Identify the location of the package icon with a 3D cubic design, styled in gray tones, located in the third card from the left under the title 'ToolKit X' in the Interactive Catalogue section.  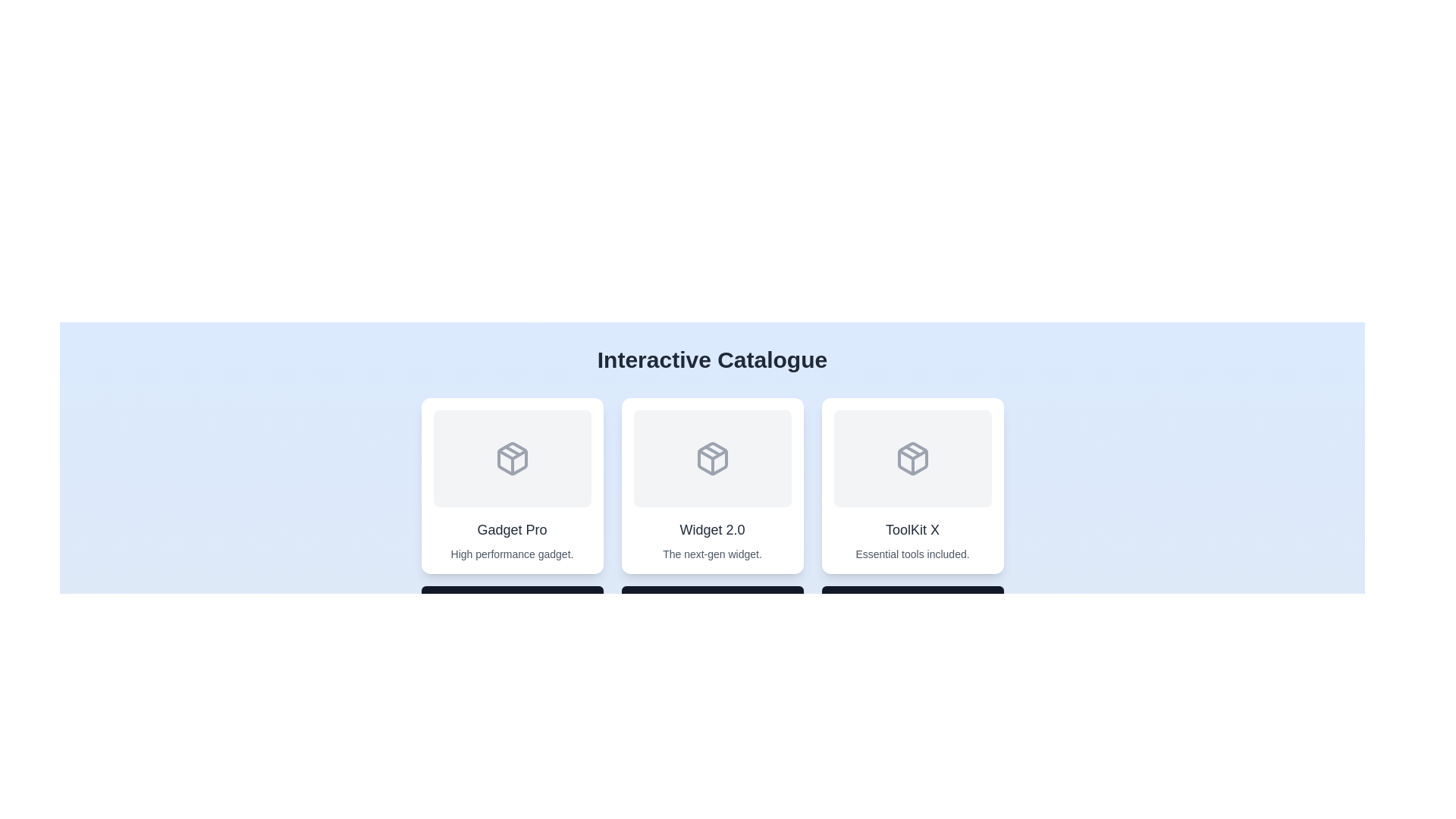
(912, 458).